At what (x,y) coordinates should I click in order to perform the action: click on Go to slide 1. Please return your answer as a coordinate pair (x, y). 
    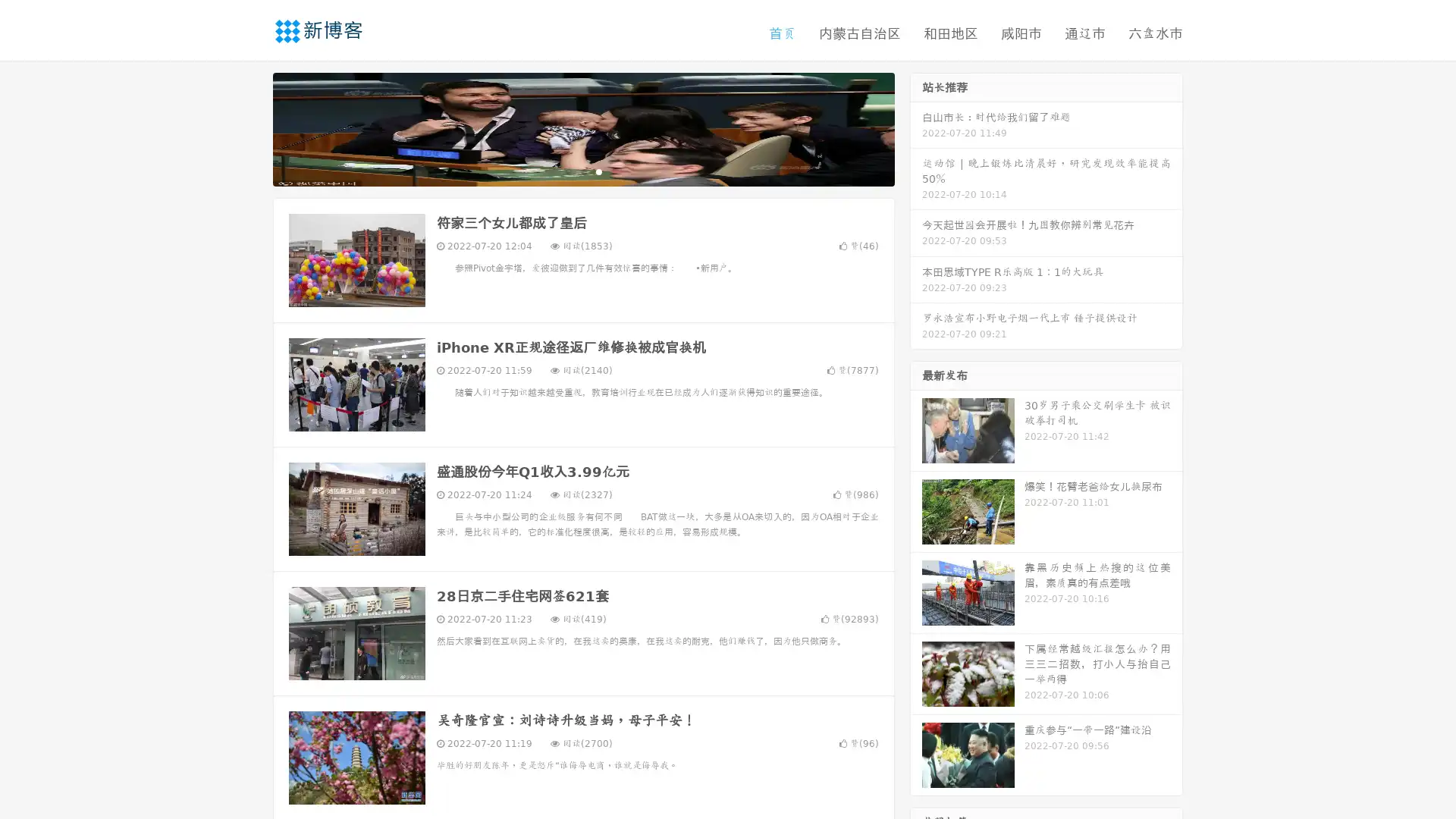
    Looking at the image, I should click on (567, 171).